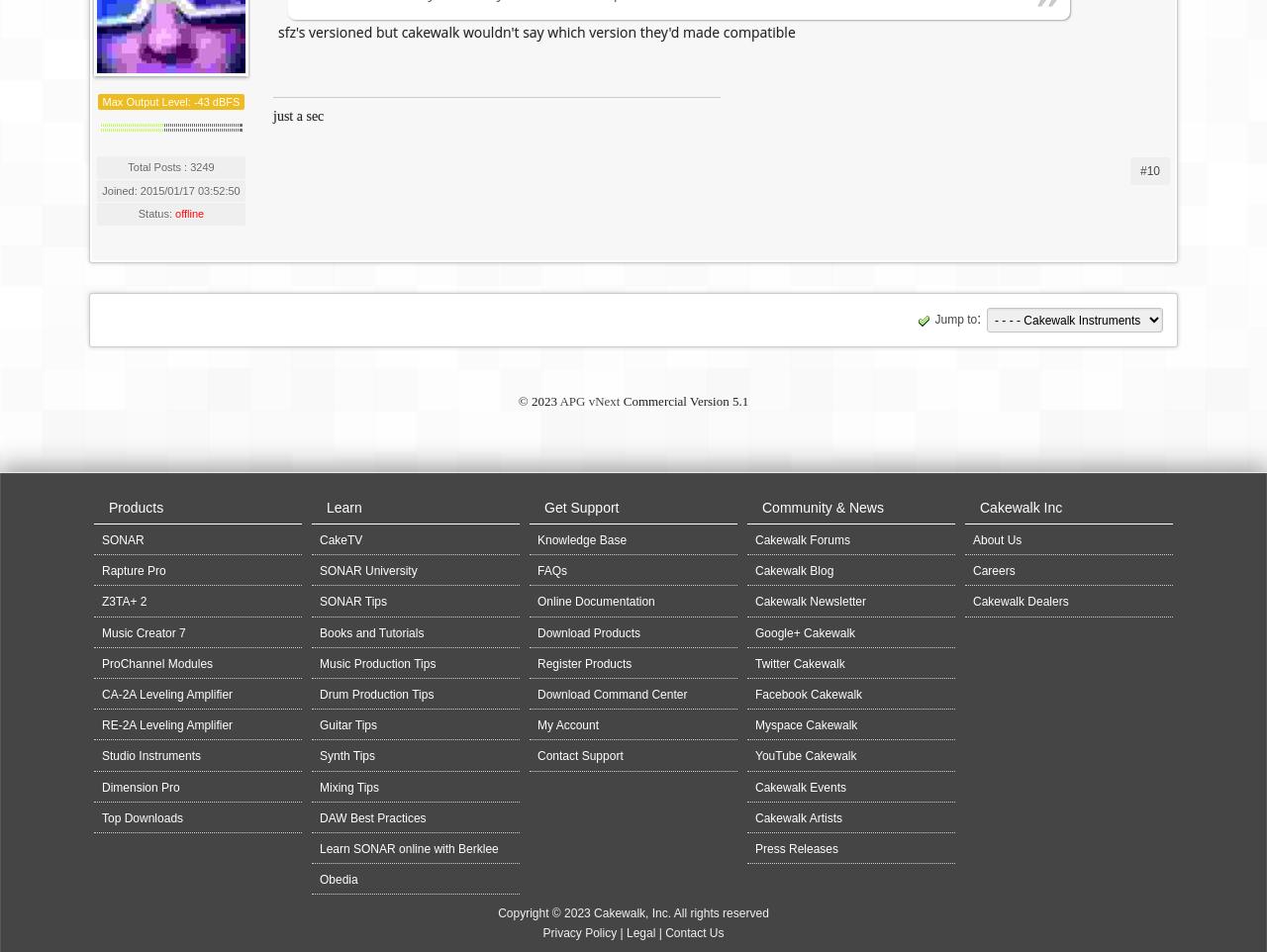 The width and height of the screenshot is (1267, 952). Describe the element at coordinates (803, 540) in the screenshot. I see `'Cakewalk Forums'` at that location.